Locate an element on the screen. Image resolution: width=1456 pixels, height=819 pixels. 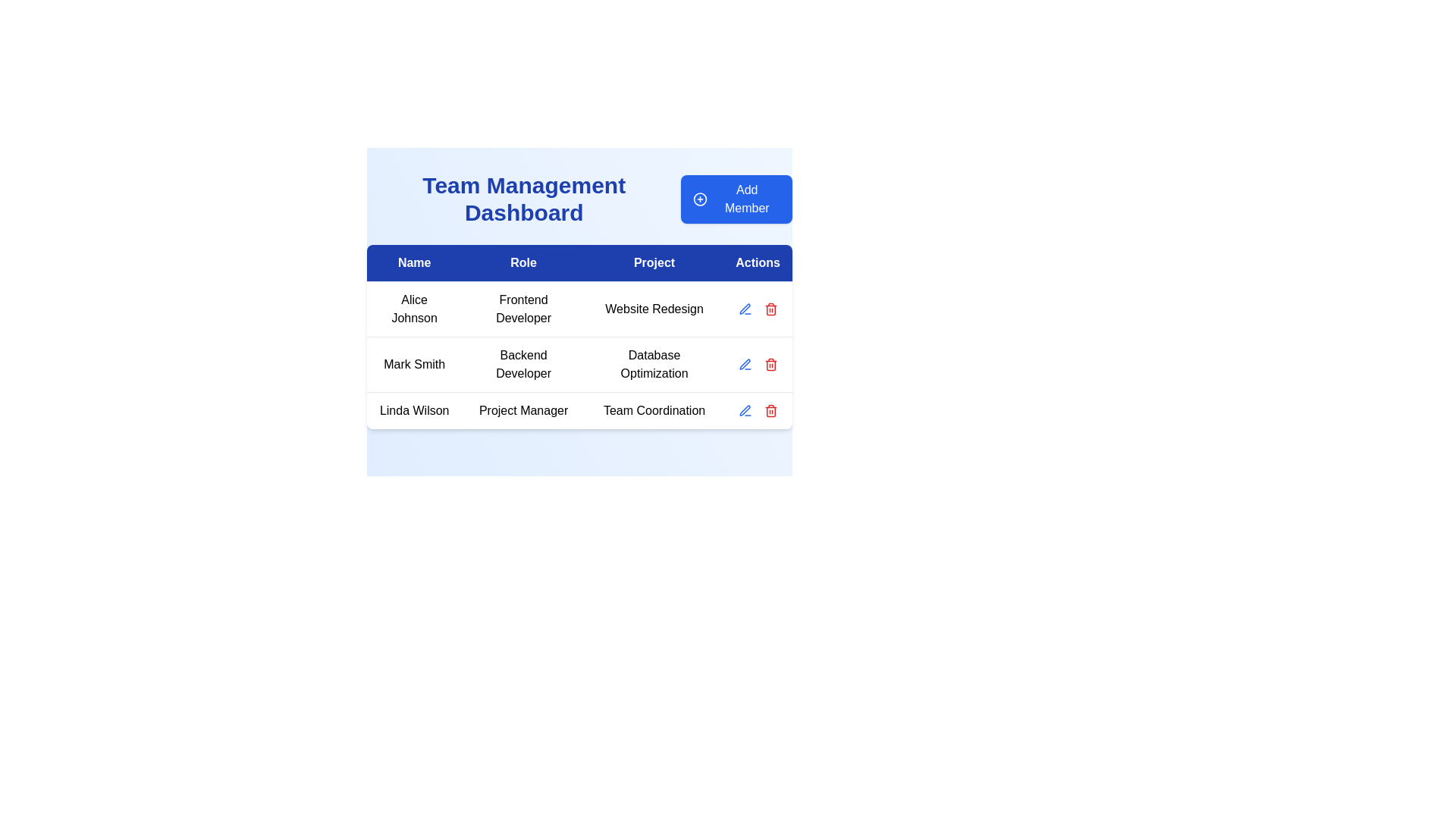
the text label element displaying 'Backend Developer' in the 'Role' column of the second row of the table is located at coordinates (523, 365).